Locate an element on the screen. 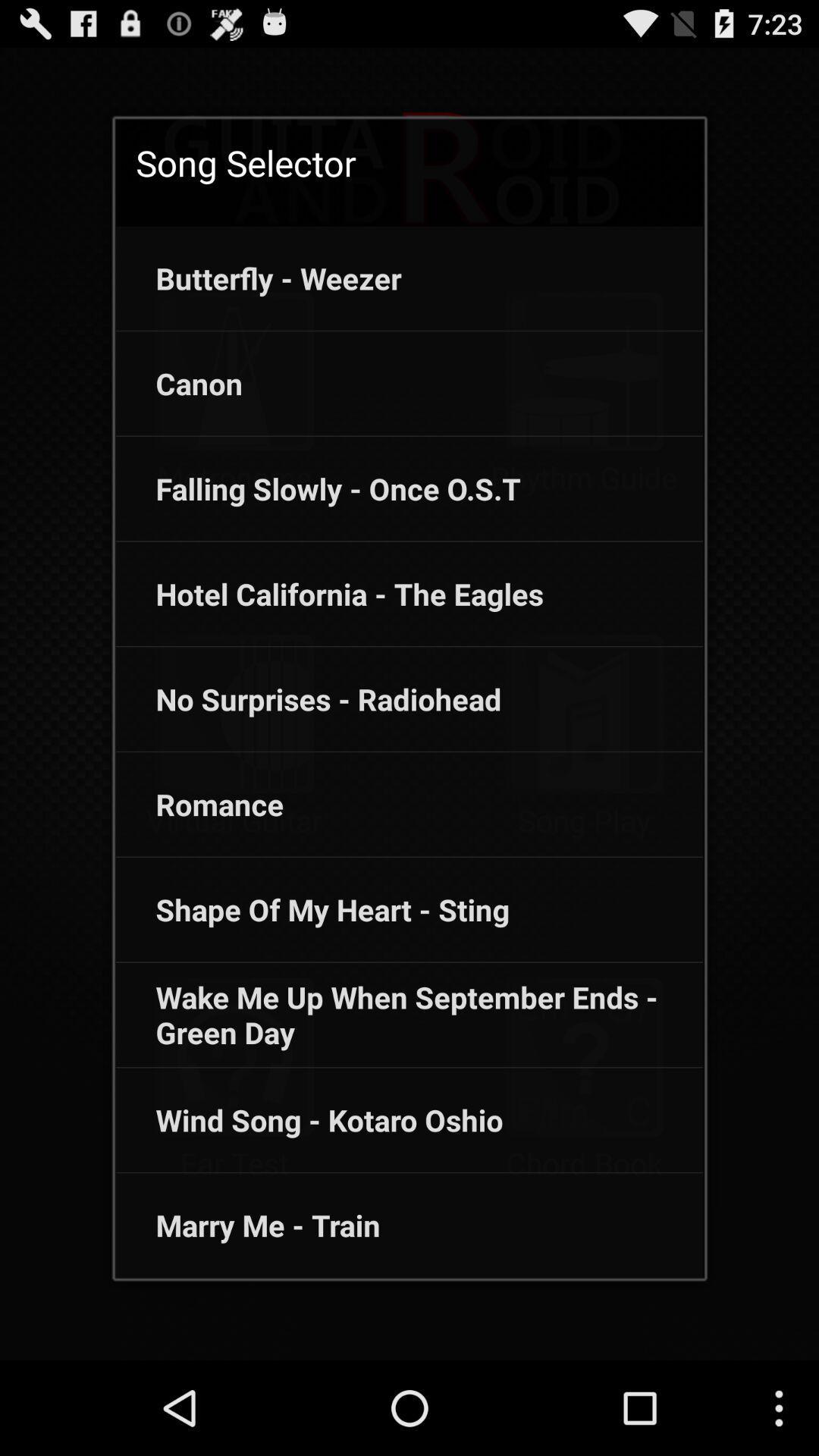 Image resolution: width=819 pixels, height=1456 pixels. the marry me - train is located at coordinates (247, 1225).